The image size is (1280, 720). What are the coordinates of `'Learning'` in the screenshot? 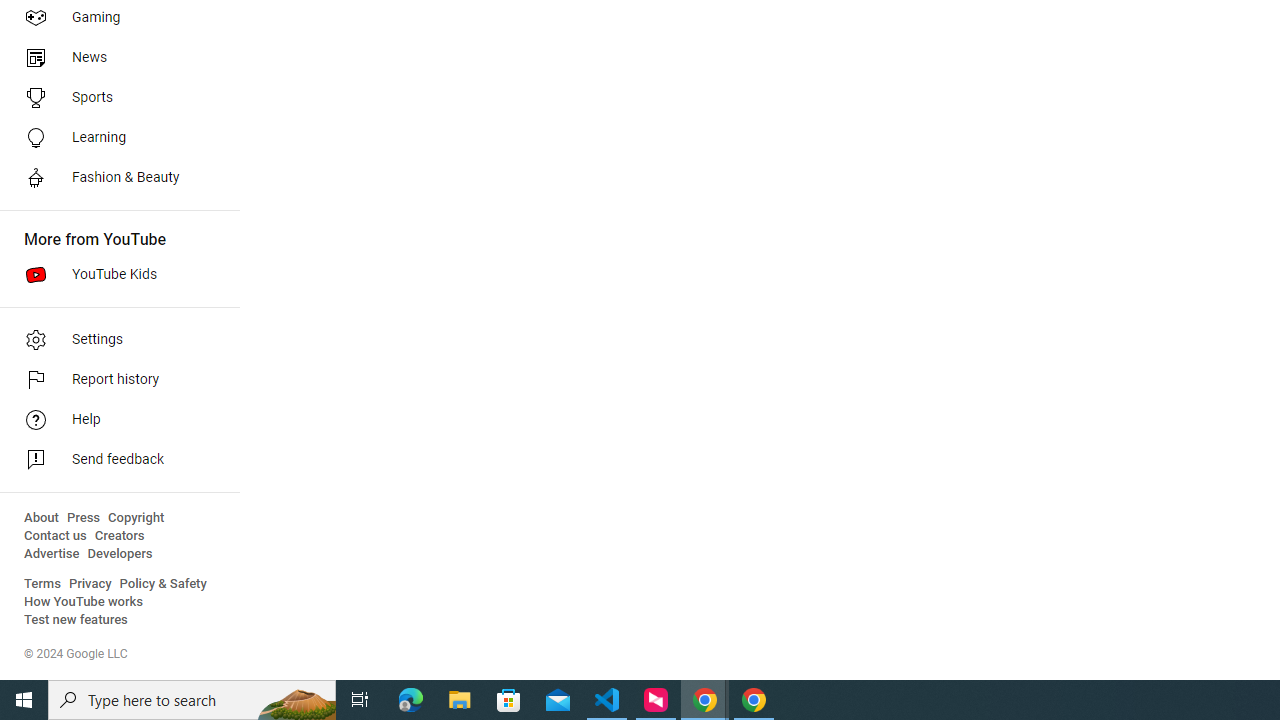 It's located at (112, 136).